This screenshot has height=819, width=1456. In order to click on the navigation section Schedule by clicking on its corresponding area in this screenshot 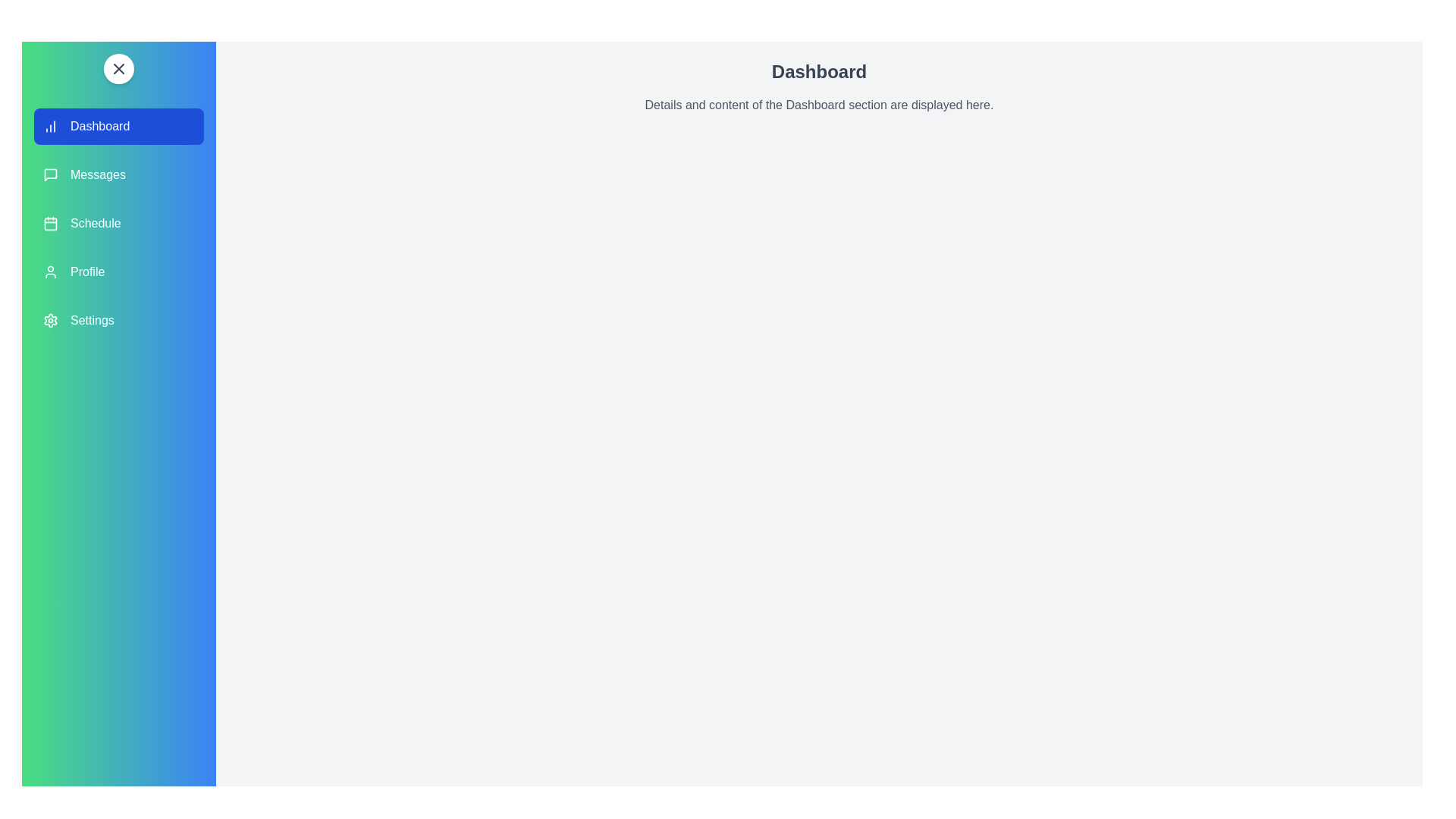, I will do `click(118, 223)`.